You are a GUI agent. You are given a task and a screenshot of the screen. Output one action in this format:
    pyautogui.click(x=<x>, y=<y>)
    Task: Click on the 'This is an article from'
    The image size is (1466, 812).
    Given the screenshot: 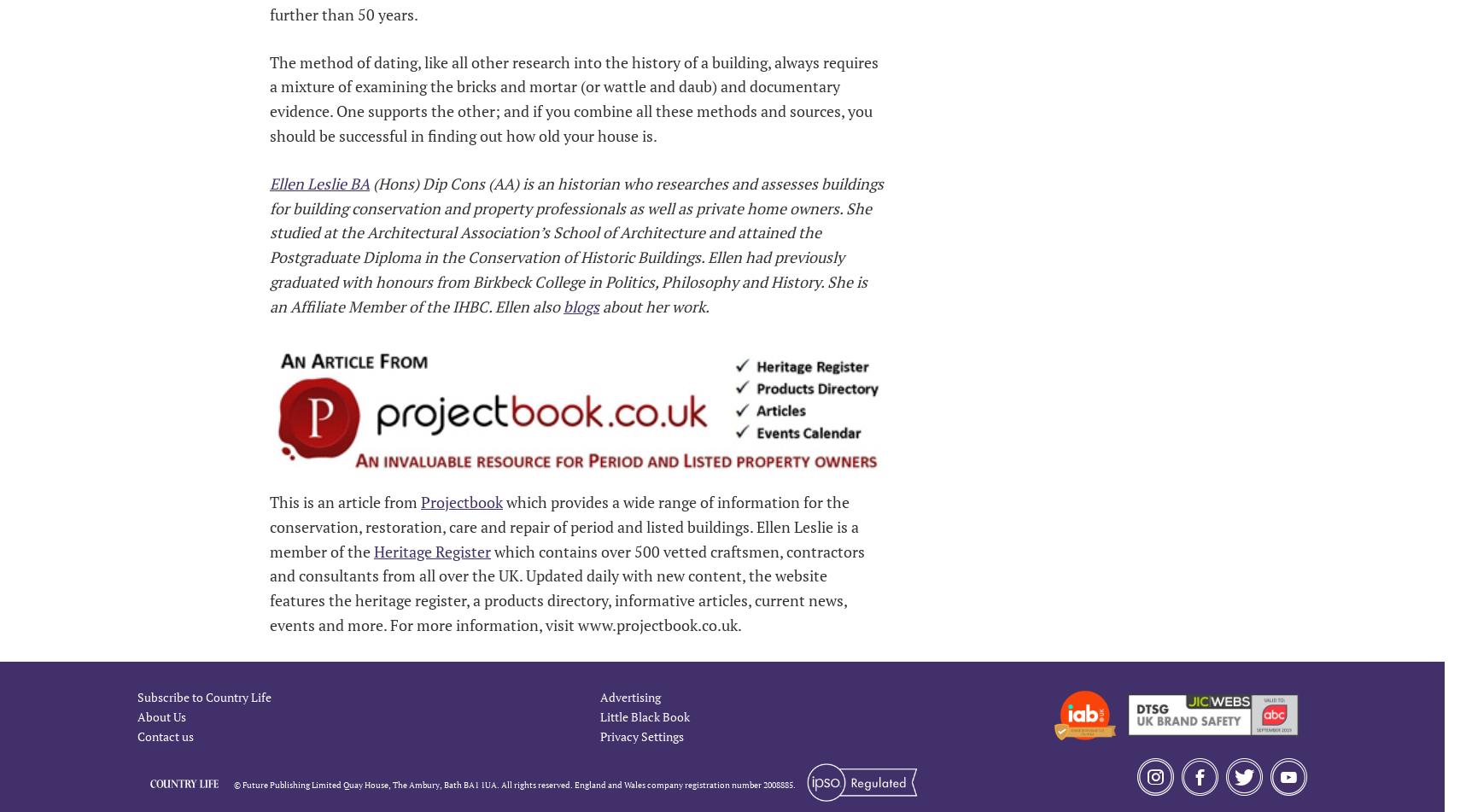 What is the action you would take?
    pyautogui.click(x=344, y=499)
    